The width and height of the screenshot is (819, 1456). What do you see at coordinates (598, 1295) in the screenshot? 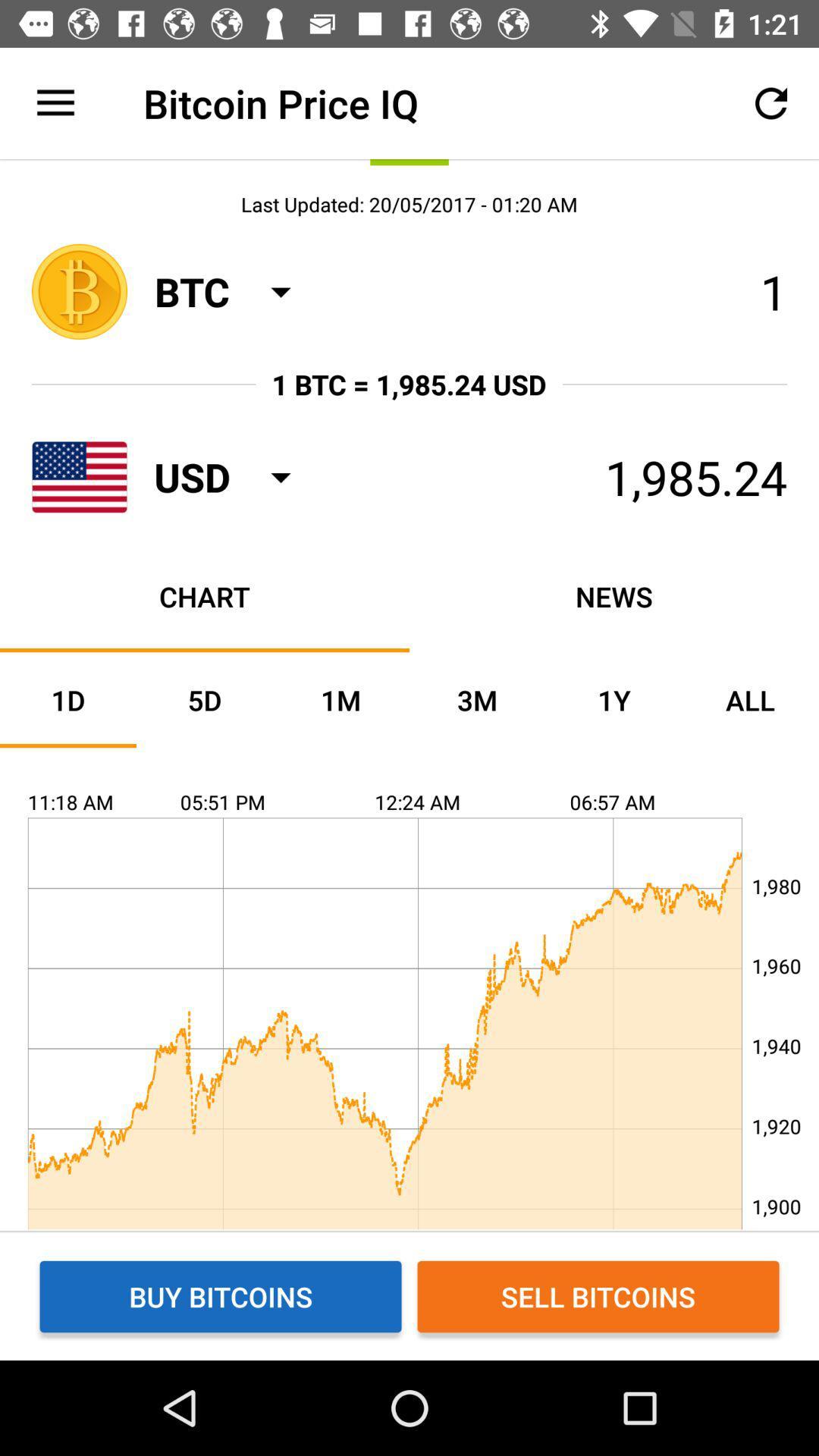
I see `item next to the buy bitcoins` at bounding box center [598, 1295].